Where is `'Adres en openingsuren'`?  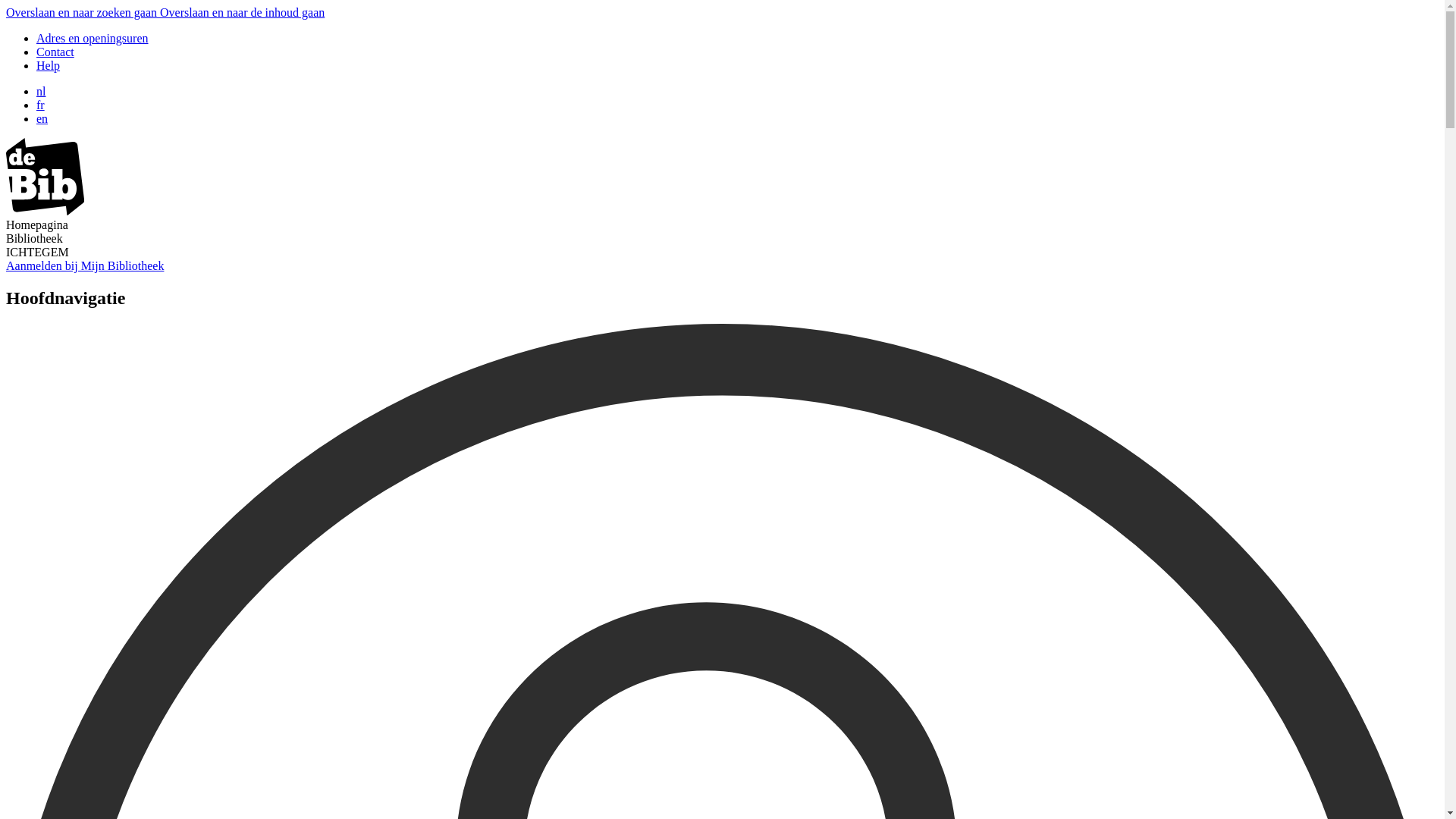 'Adres en openingsuren' is located at coordinates (36, 37).